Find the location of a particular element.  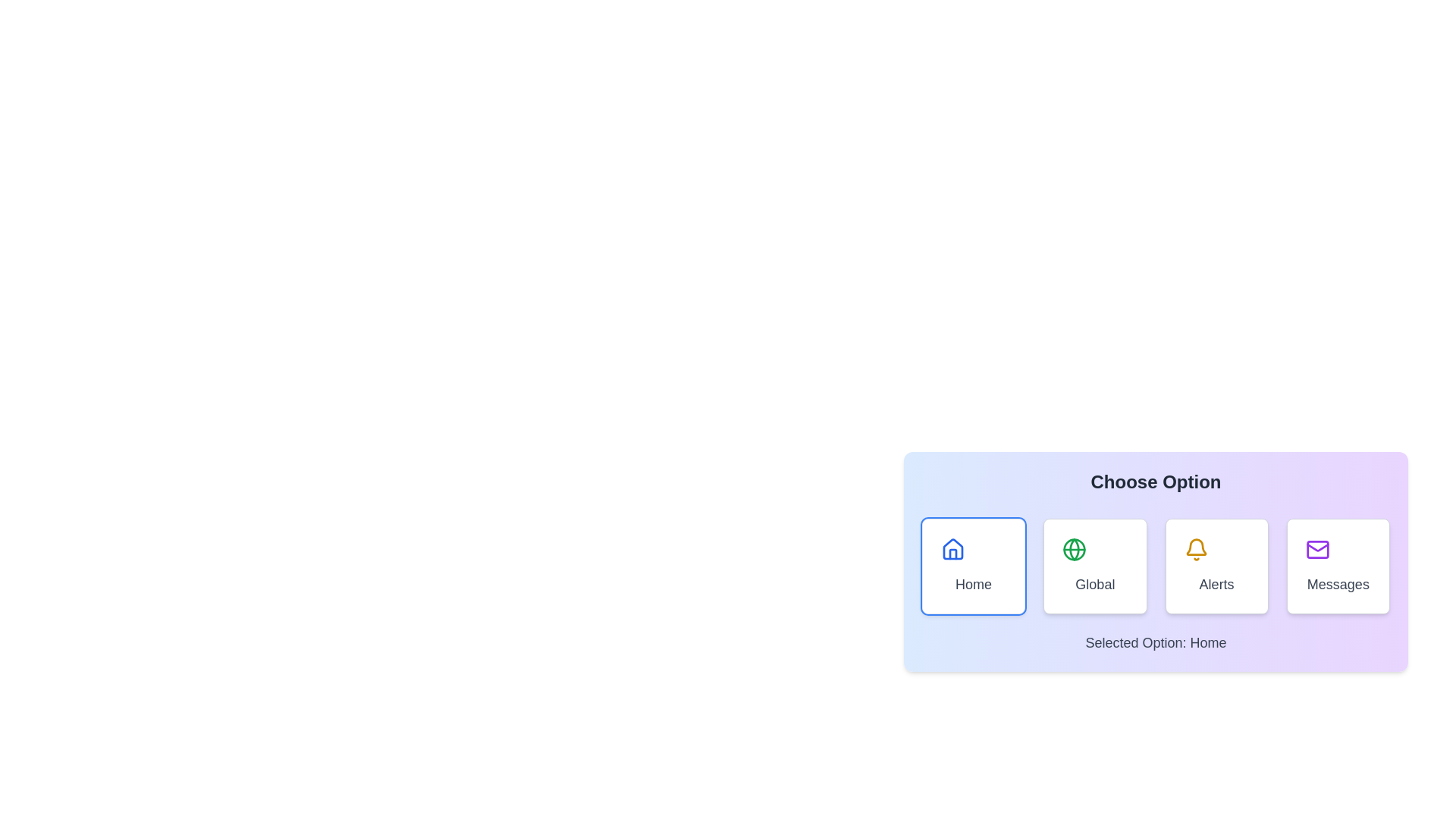

the 'Home' text label, which is displayed in gray color and is positioned below a house icon within a rounded, bordered card is located at coordinates (974, 584).